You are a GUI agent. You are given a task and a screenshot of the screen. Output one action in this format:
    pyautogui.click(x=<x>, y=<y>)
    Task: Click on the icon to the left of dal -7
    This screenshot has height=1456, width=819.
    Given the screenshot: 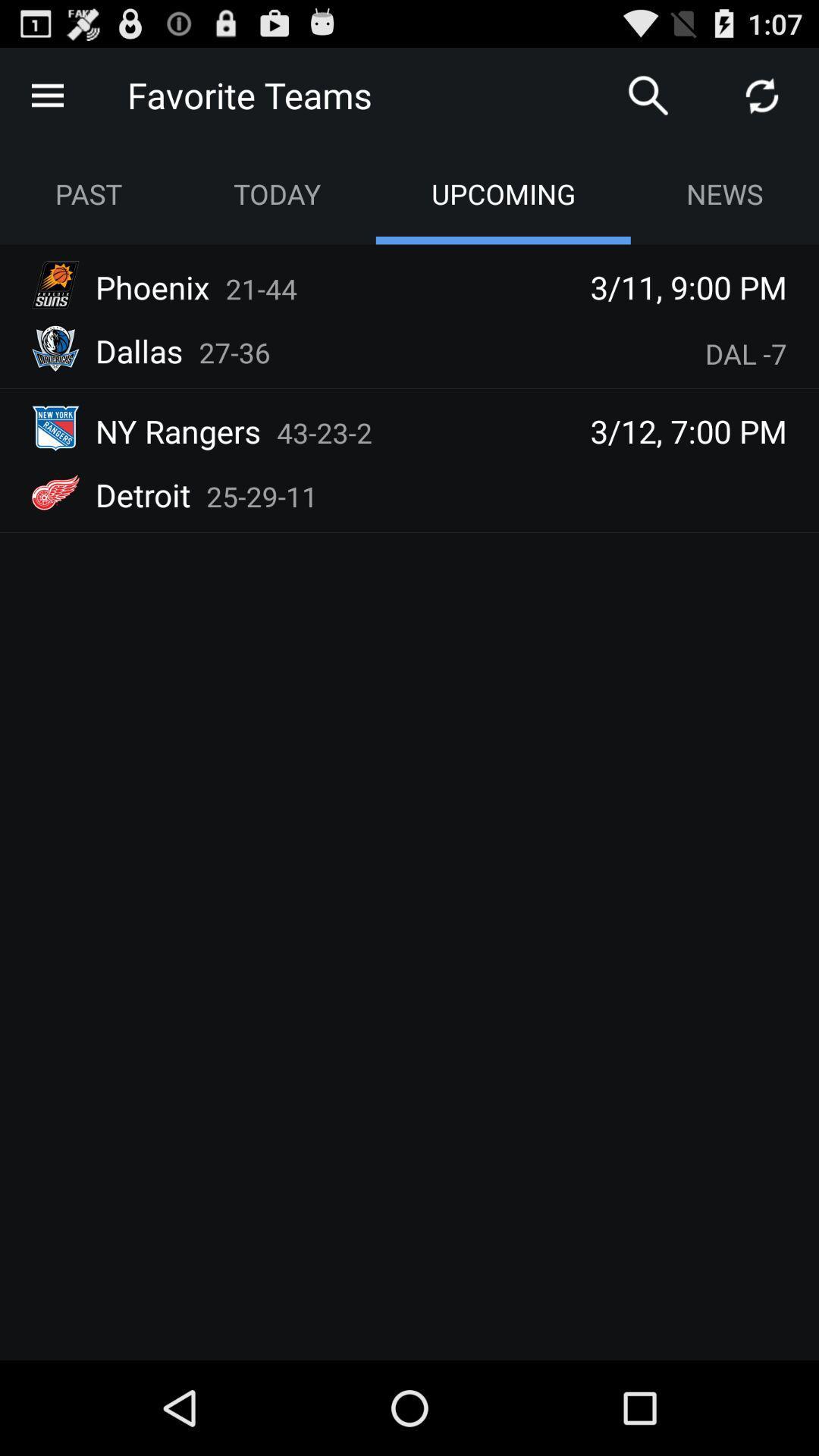 What is the action you would take?
    pyautogui.click(x=234, y=352)
    